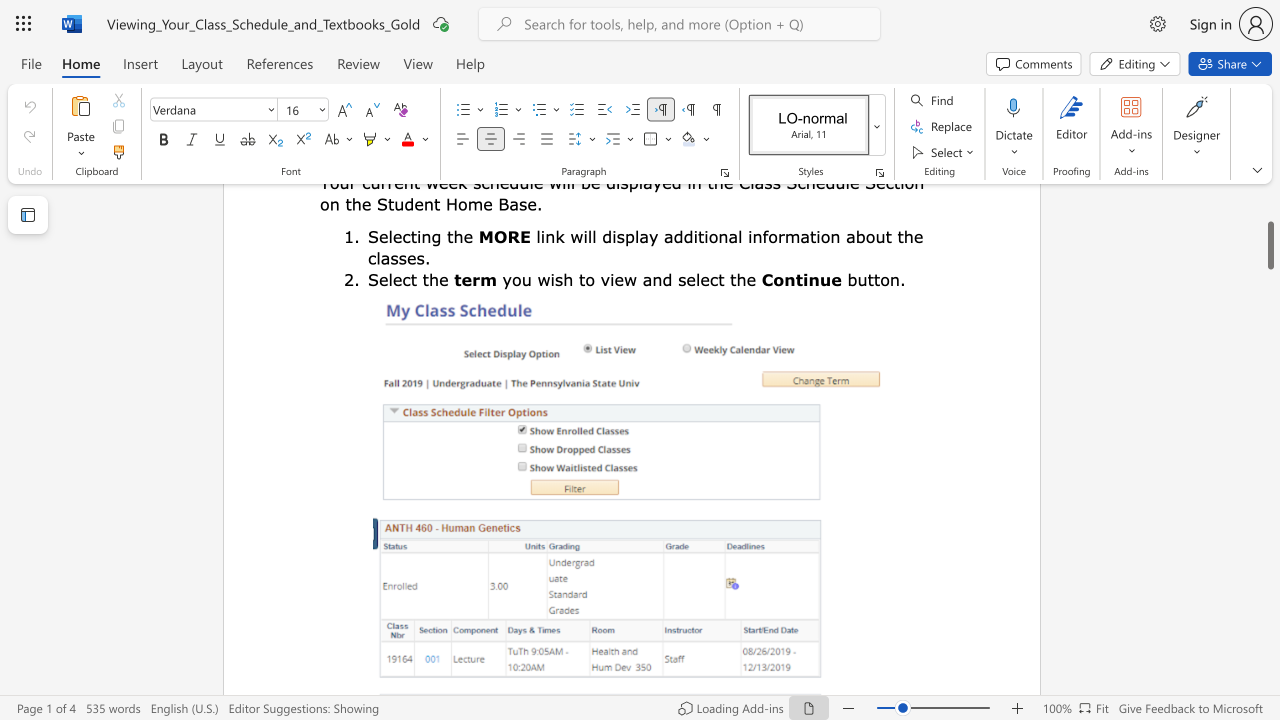 The width and height of the screenshot is (1280, 720). What do you see at coordinates (1269, 244) in the screenshot?
I see `the scrollbar and move up 230 pixels` at bounding box center [1269, 244].